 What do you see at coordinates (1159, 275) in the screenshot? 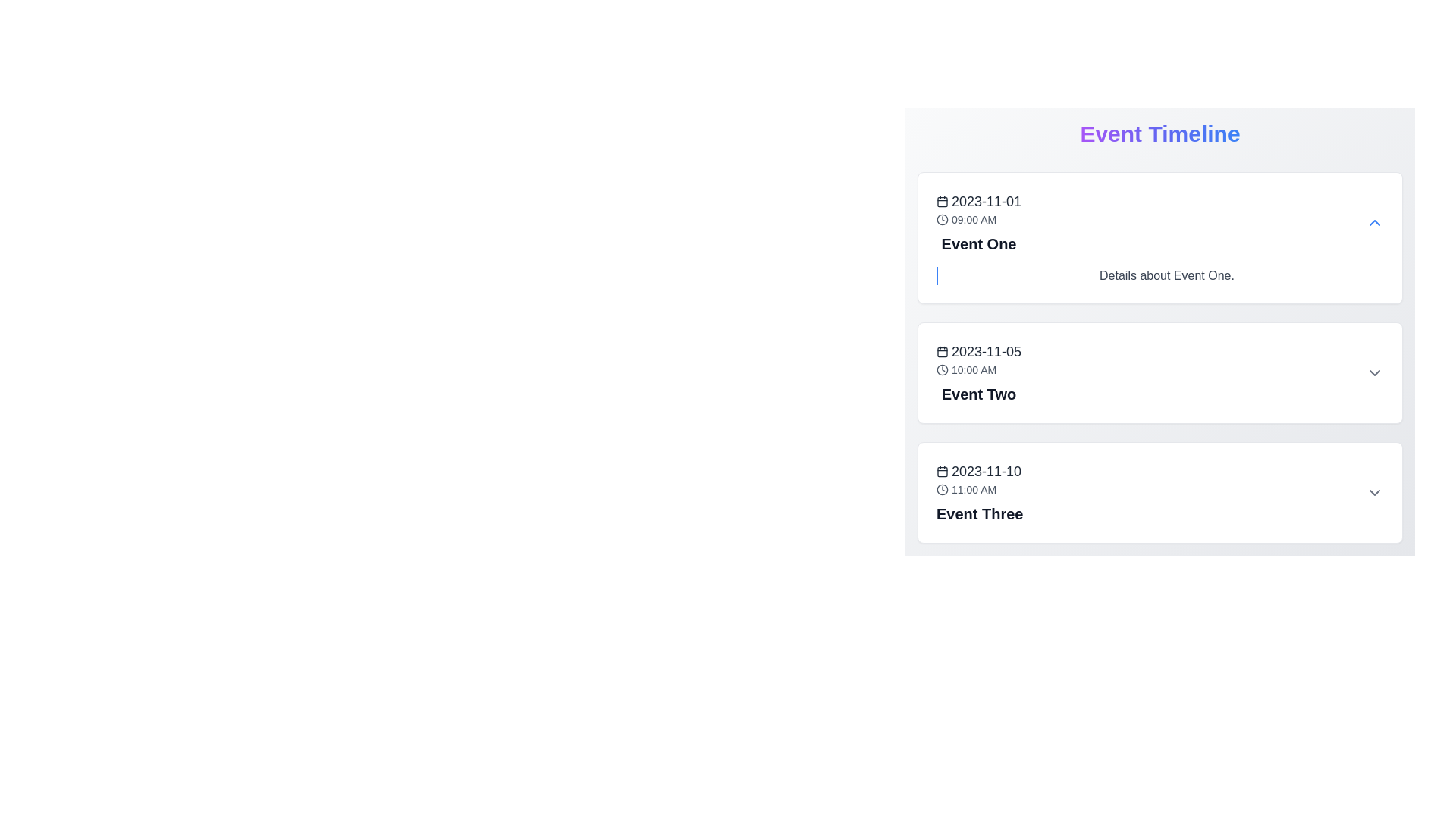
I see `the static text block that provides additional information about 'Event One', located below the main title and description within the event card` at bounding box center [1159, 275].